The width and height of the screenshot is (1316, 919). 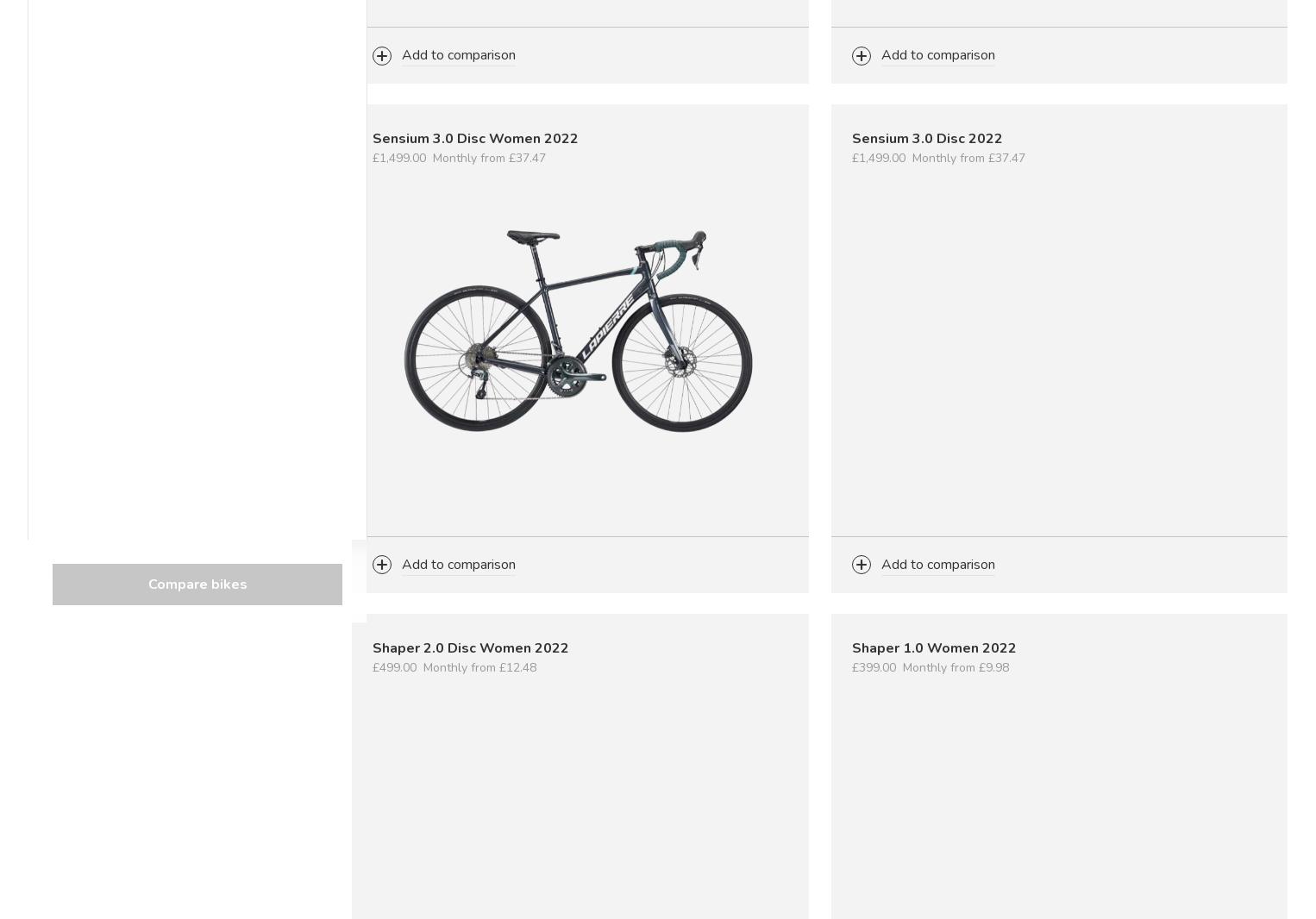 I want to click on 'Sensium 3.0 Disc Women 2022', so click(x=373, y=137).